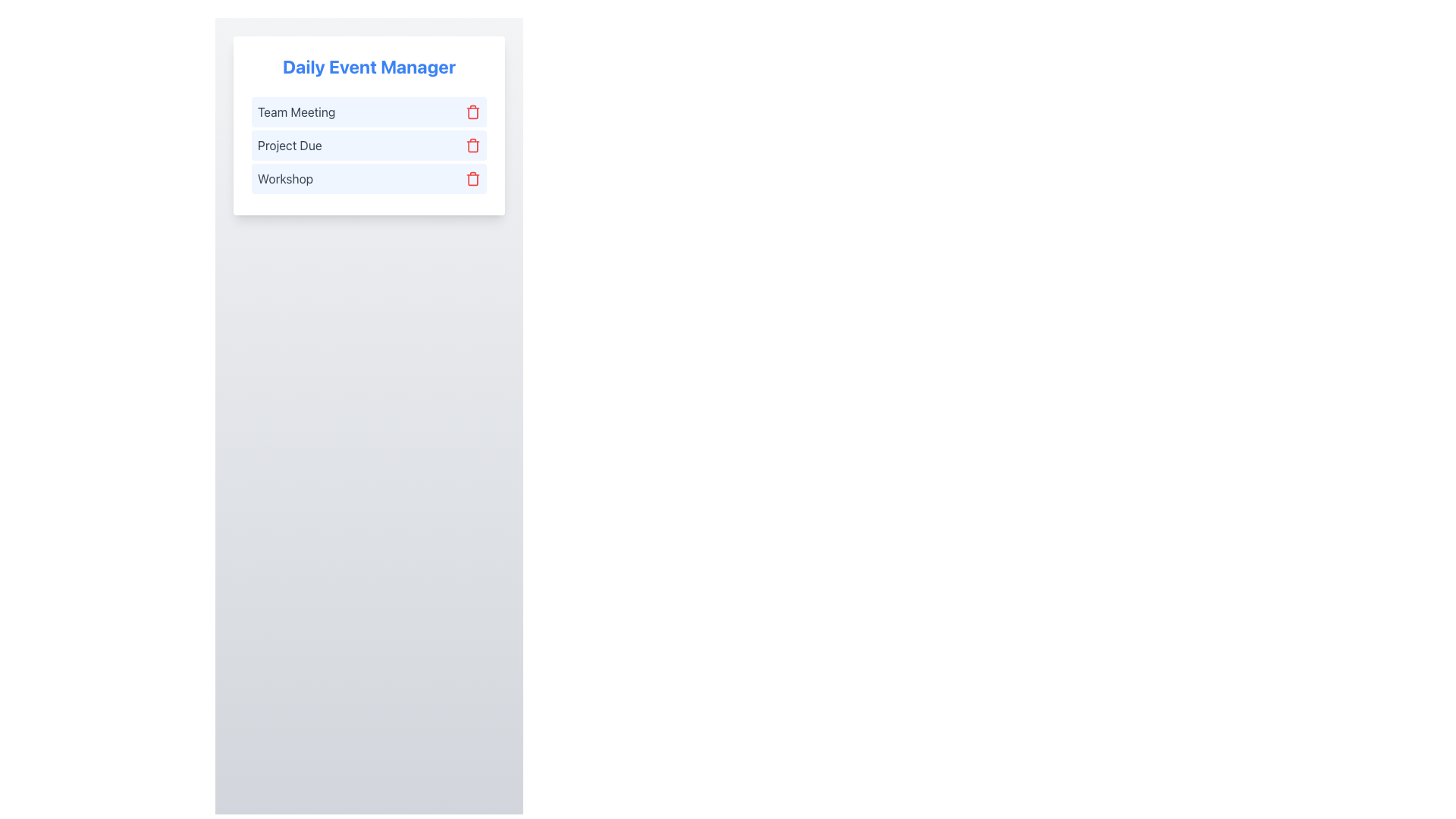 Image resolution: width=1456 pixels, height=819 pixels. What do you see at coordinates (369, 66) in the screenshot?
I see `the Text Display element that serves as the title or header for the card, which is positioned at the top of the card layout` at bounding box center [369, 66].